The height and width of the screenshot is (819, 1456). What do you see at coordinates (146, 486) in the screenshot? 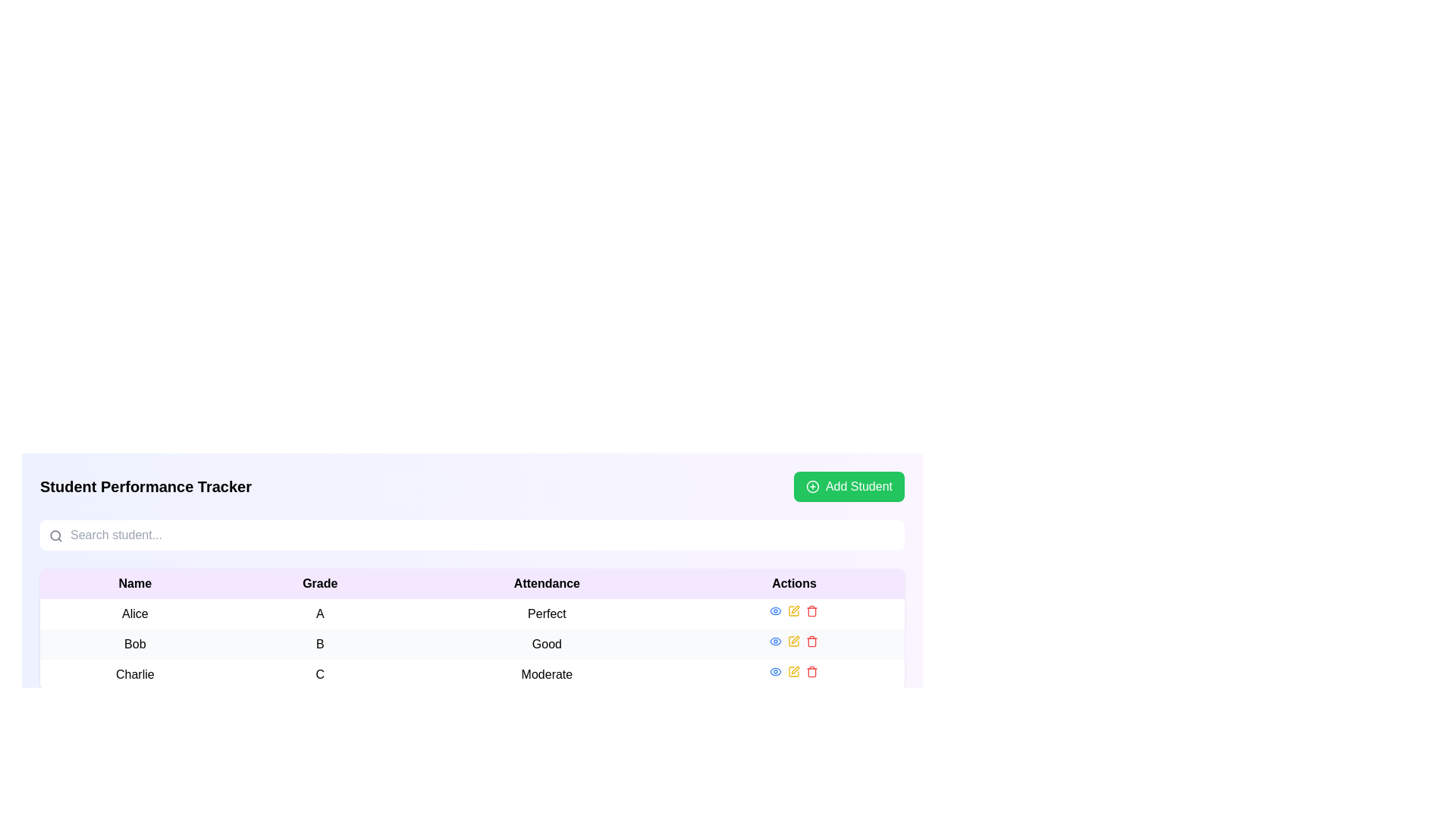
I see `the 'Student Performance Tracker' text label, which is a bold and large-sized header located in the upper-left section of the interface against a white background` at bounding box center [146, 486].